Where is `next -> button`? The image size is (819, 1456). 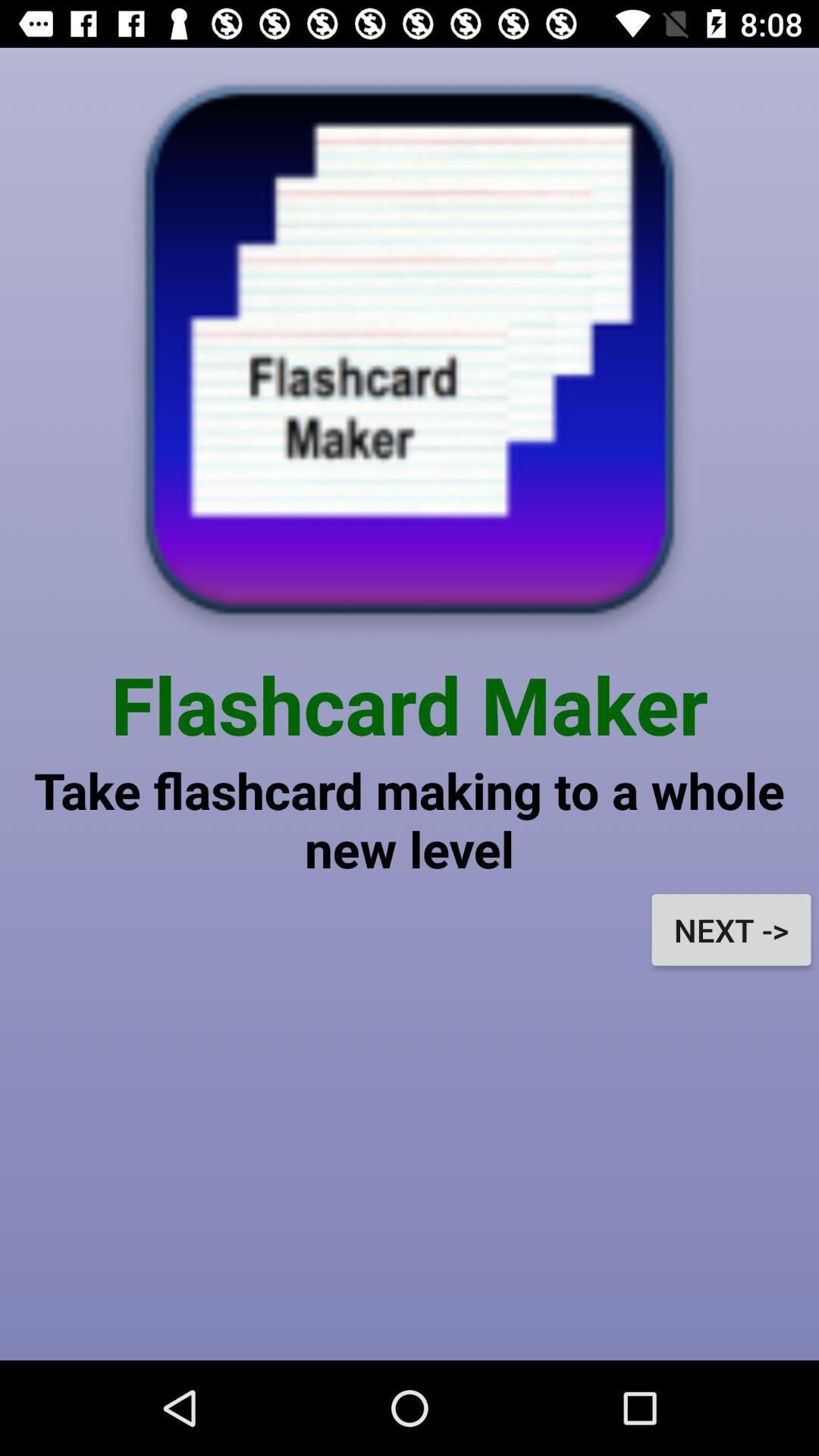
next -> button is located at coordinates (730, 929).